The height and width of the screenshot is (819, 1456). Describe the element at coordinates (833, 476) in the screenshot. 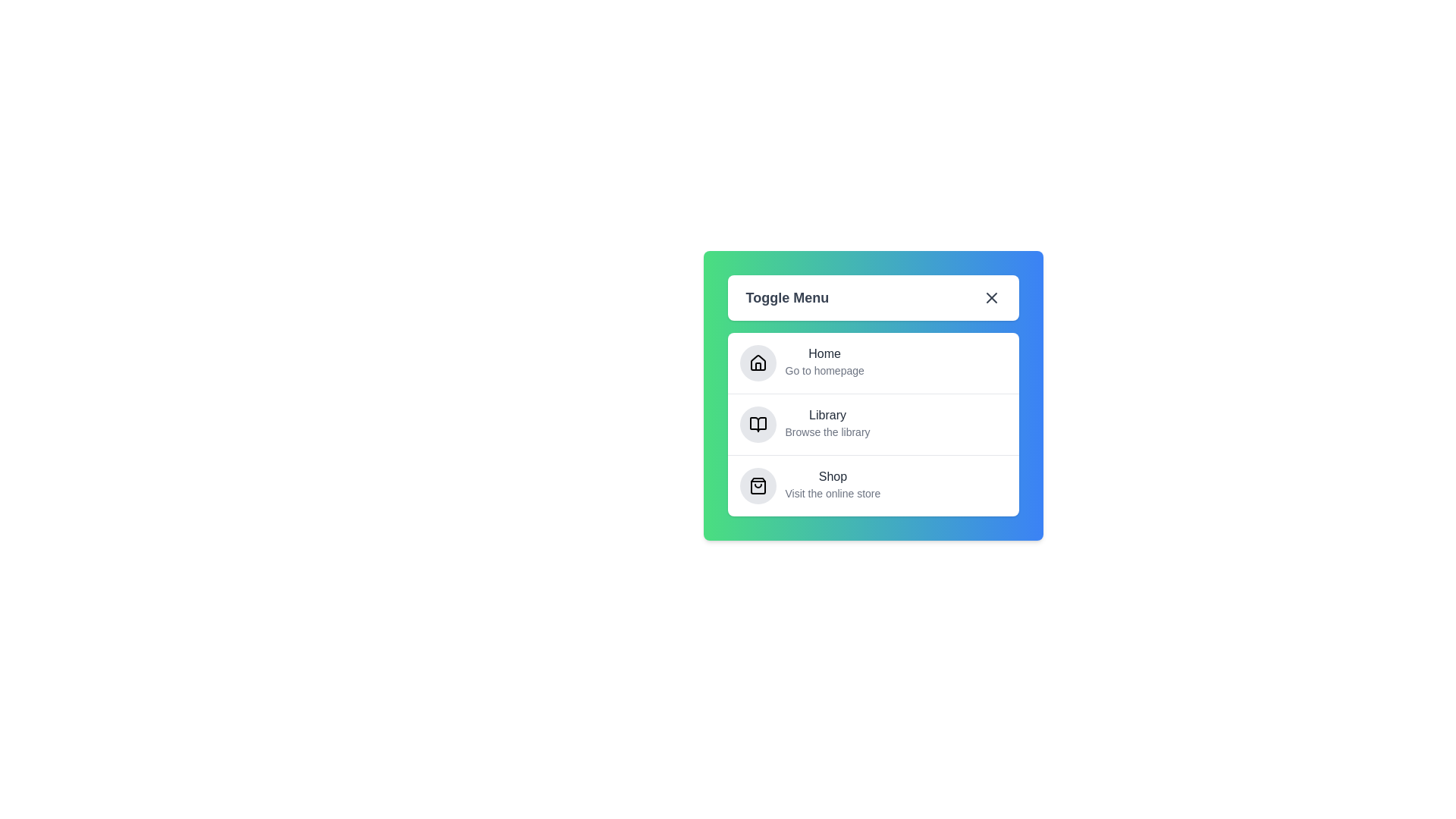

I see `the menu option Shop` at that location.